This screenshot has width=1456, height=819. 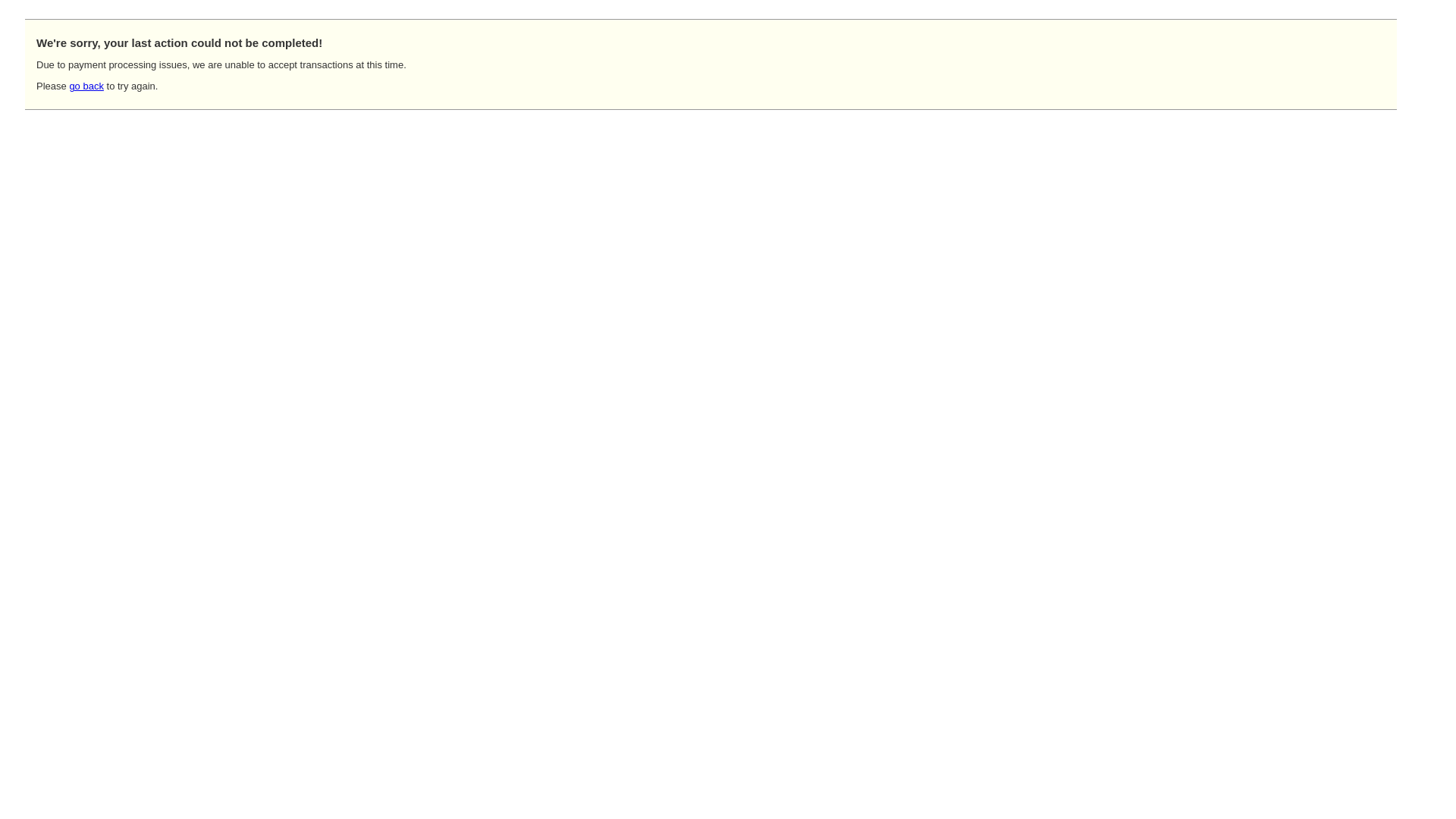 What do you see at coordinates (86, 86) in the screenshot?
I see `'go back'` at bounding box center [86, 86].